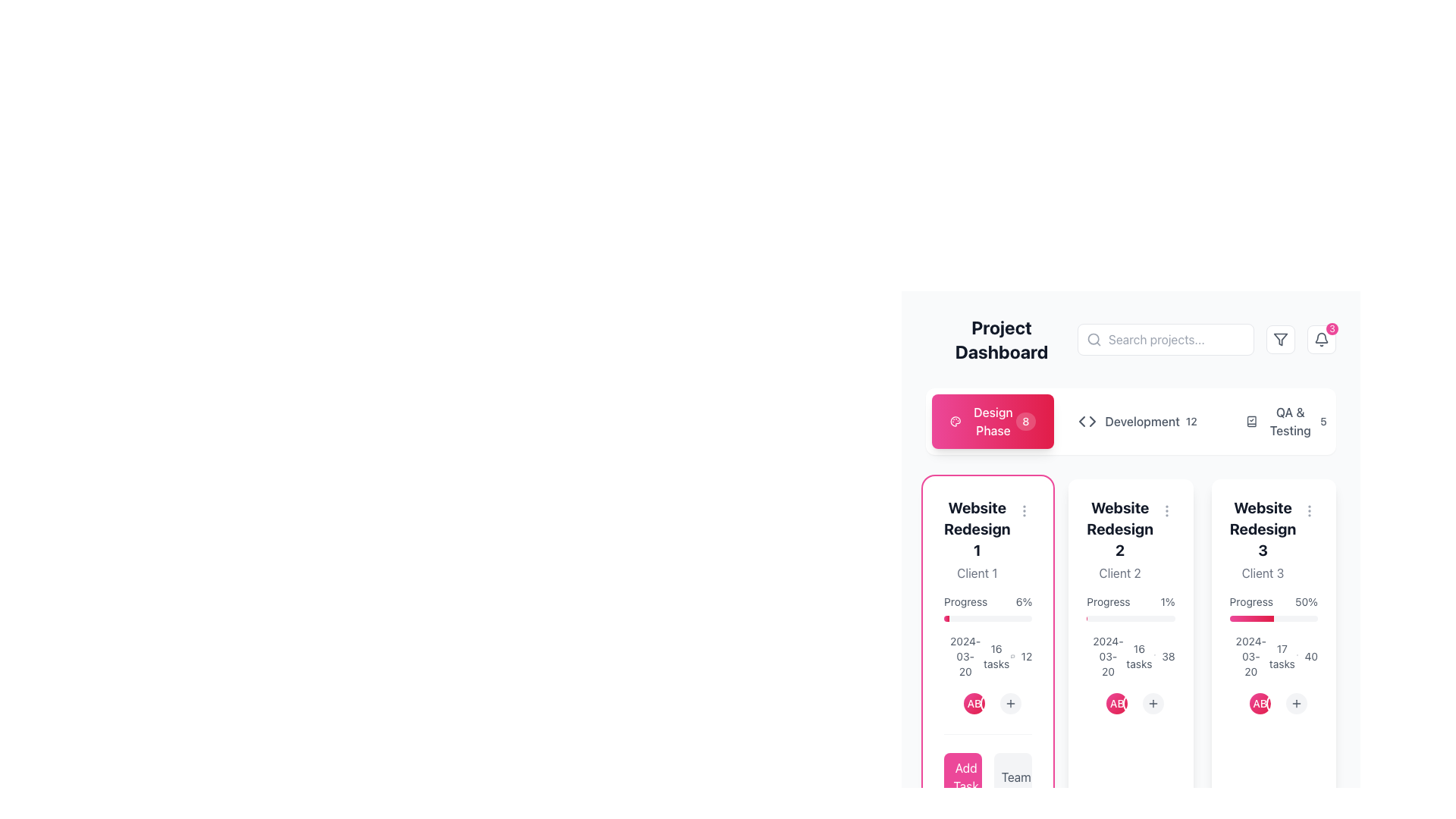  I want to click on the button with an icon that serves as a menu trigger for additional options related to 'Website Redesign 1', so click(1024, 511).